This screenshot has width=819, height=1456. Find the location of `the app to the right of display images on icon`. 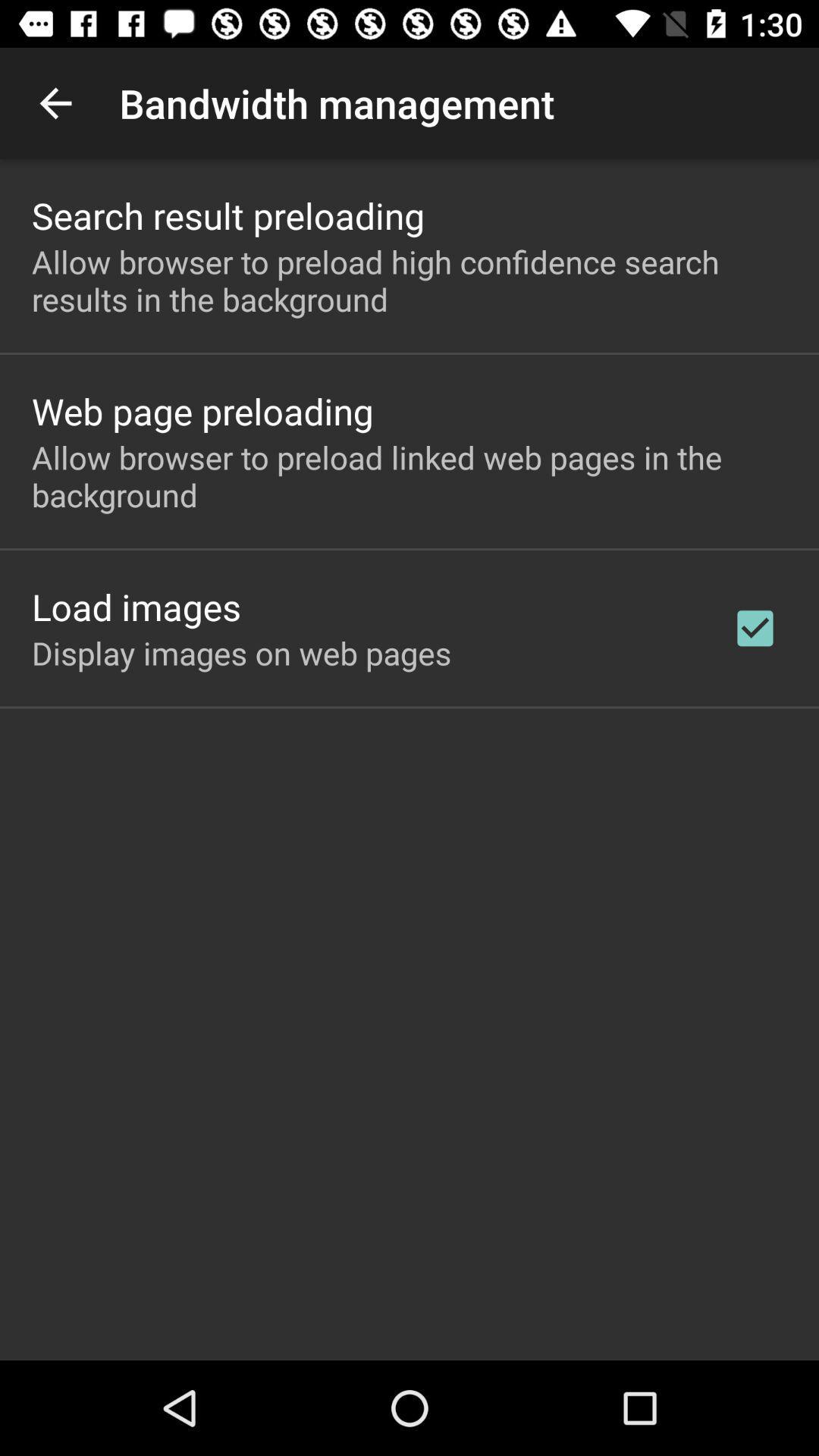

the app to the right of display images on icon is located at coordinates (755, 628).